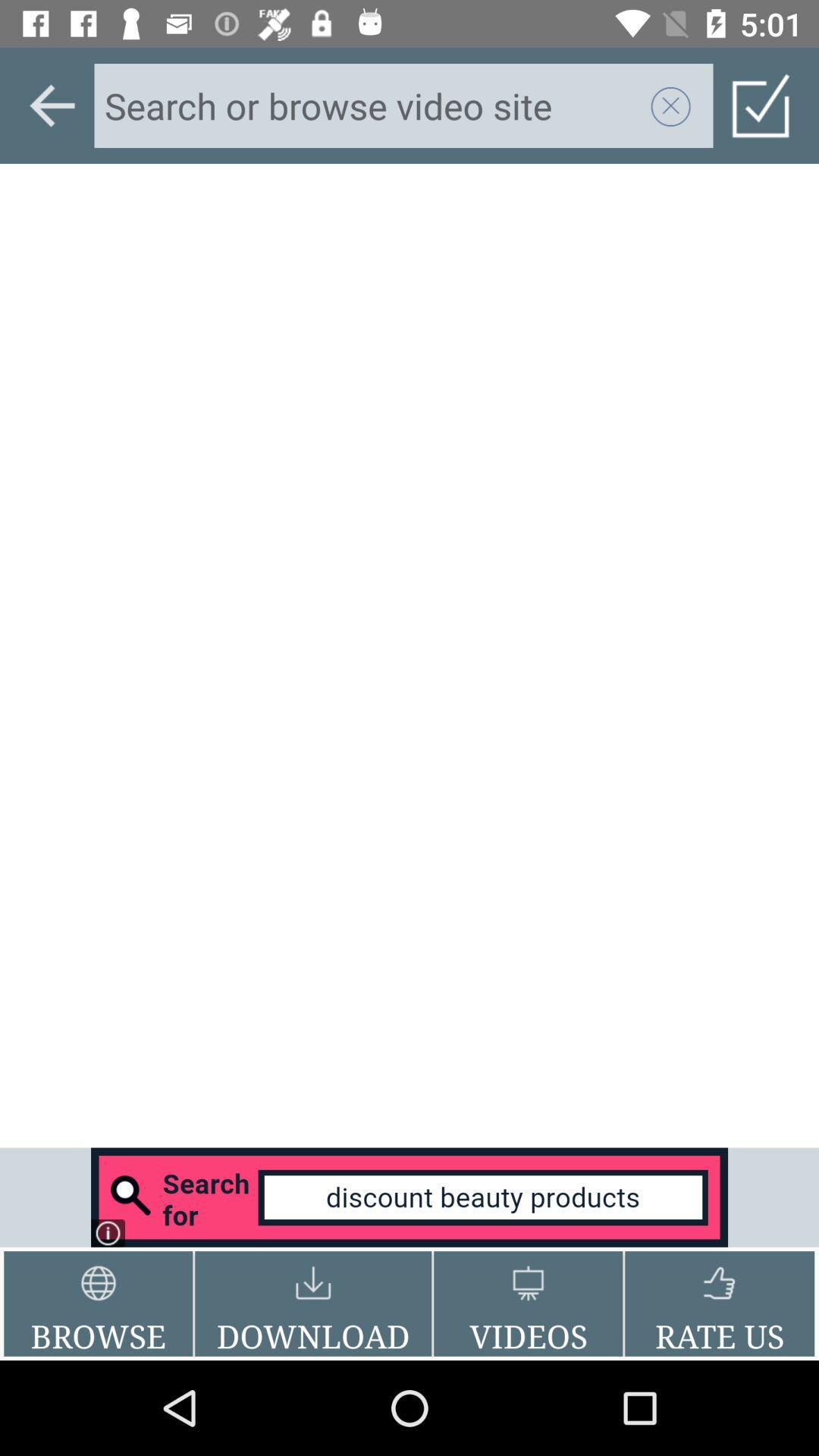  What do you see at coordinates (372, 105) in the screenshot?
I see `search a term` at bounding box center [372, 105].